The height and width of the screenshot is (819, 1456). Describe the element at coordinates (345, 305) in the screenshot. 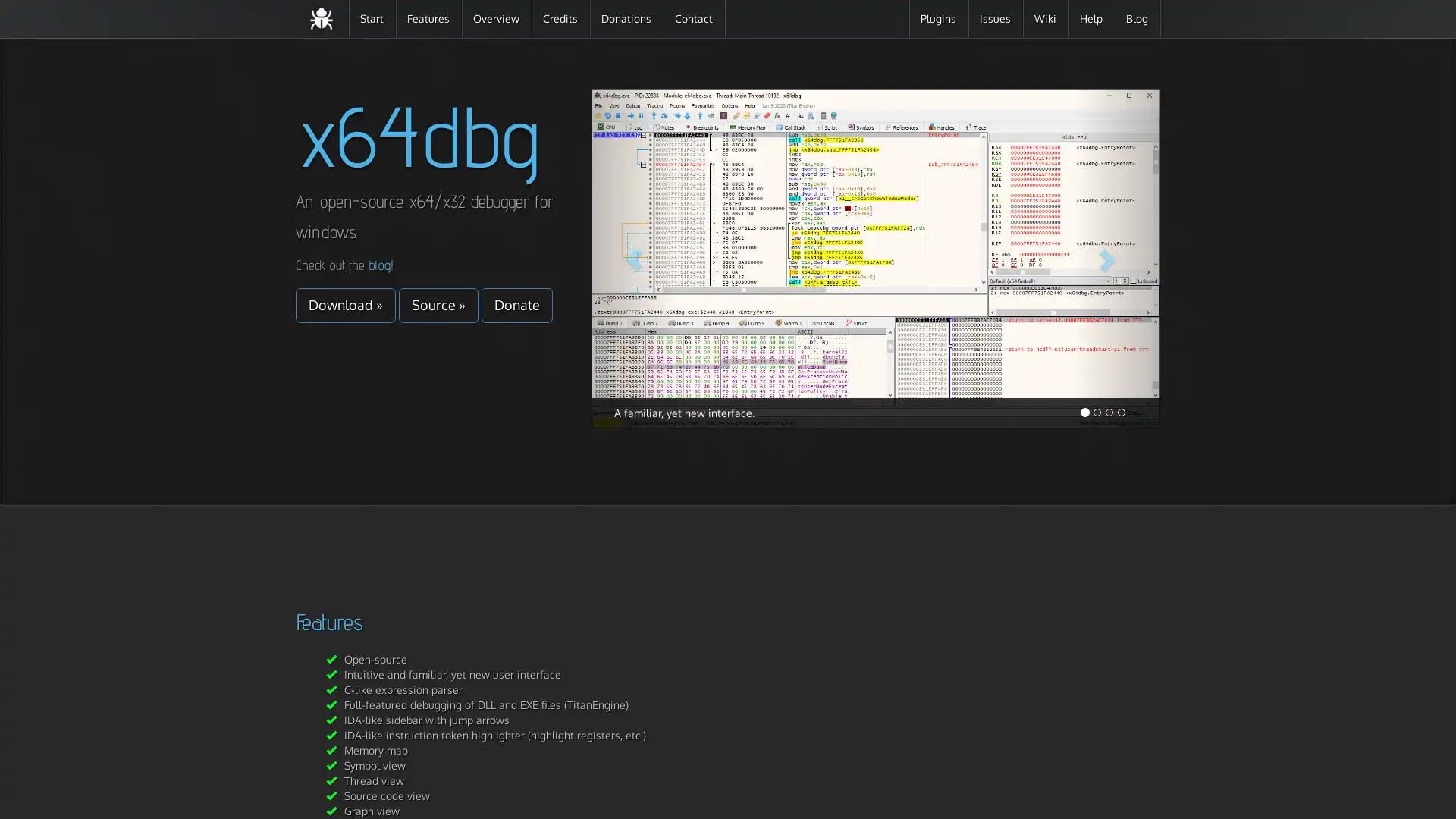

I see `Download` at that location.